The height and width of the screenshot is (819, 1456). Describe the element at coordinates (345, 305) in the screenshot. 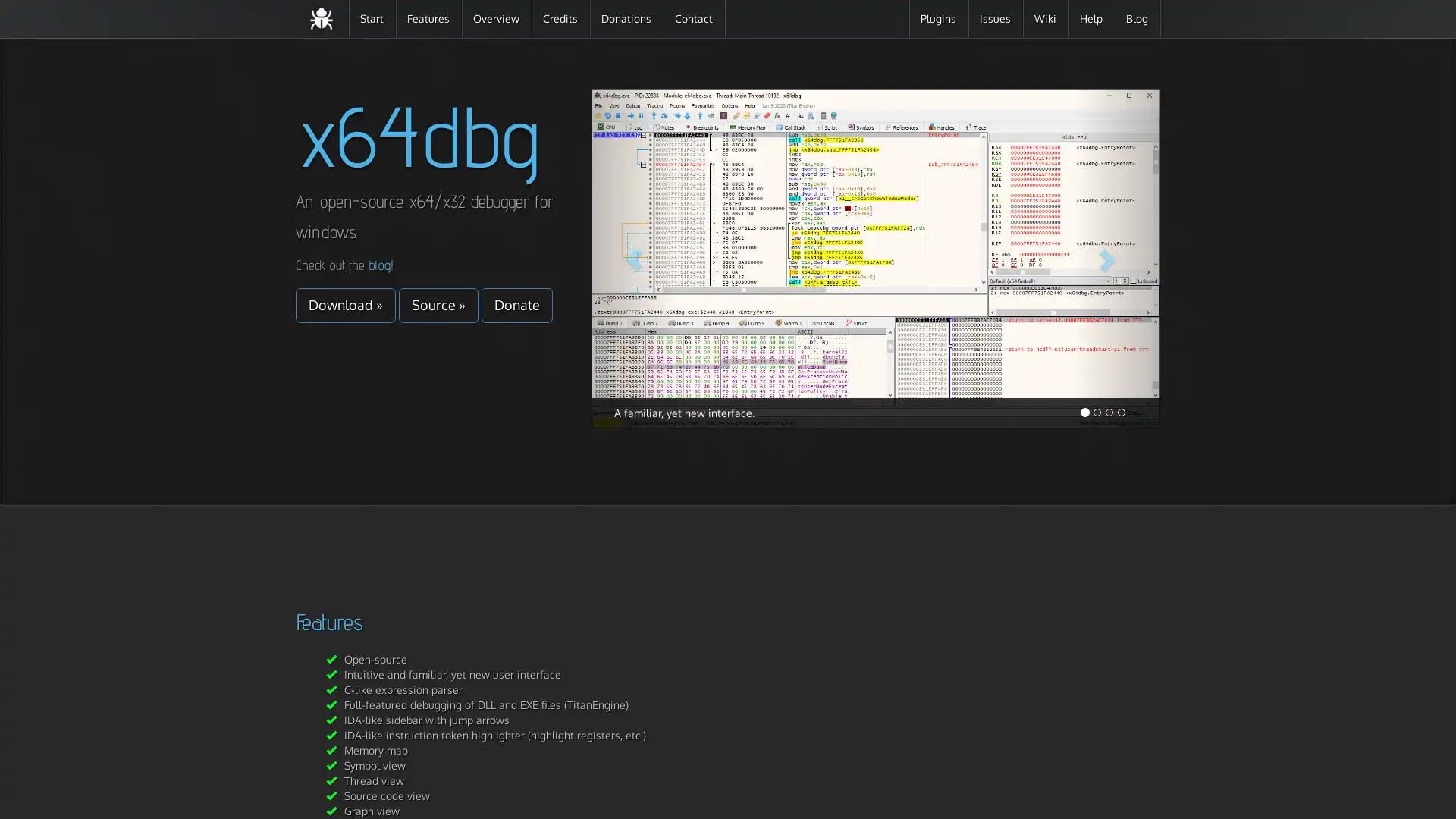

I see `Download` at that location.